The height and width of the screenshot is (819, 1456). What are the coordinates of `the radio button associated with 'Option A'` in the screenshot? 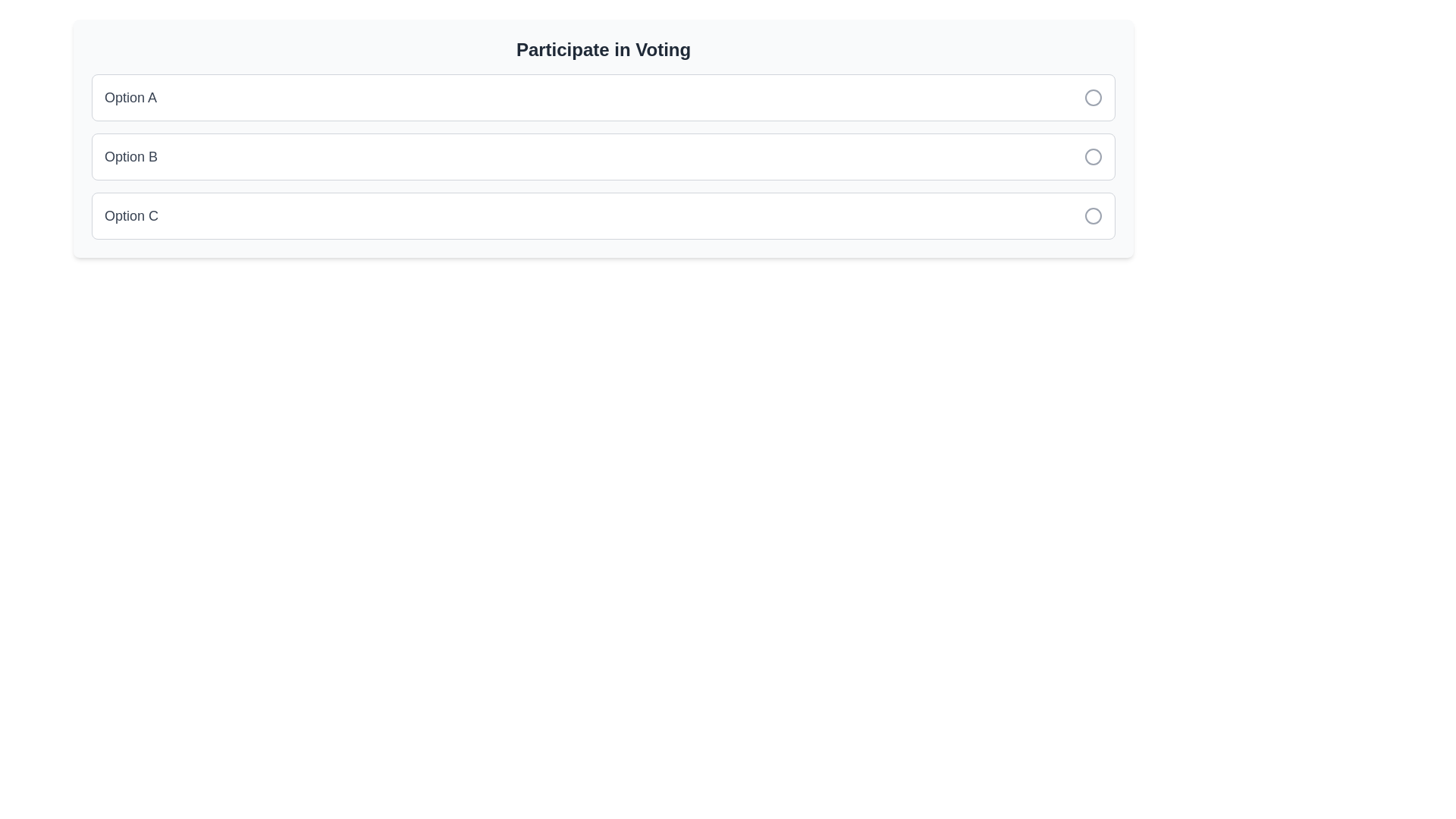 It's located at (1093, 97).